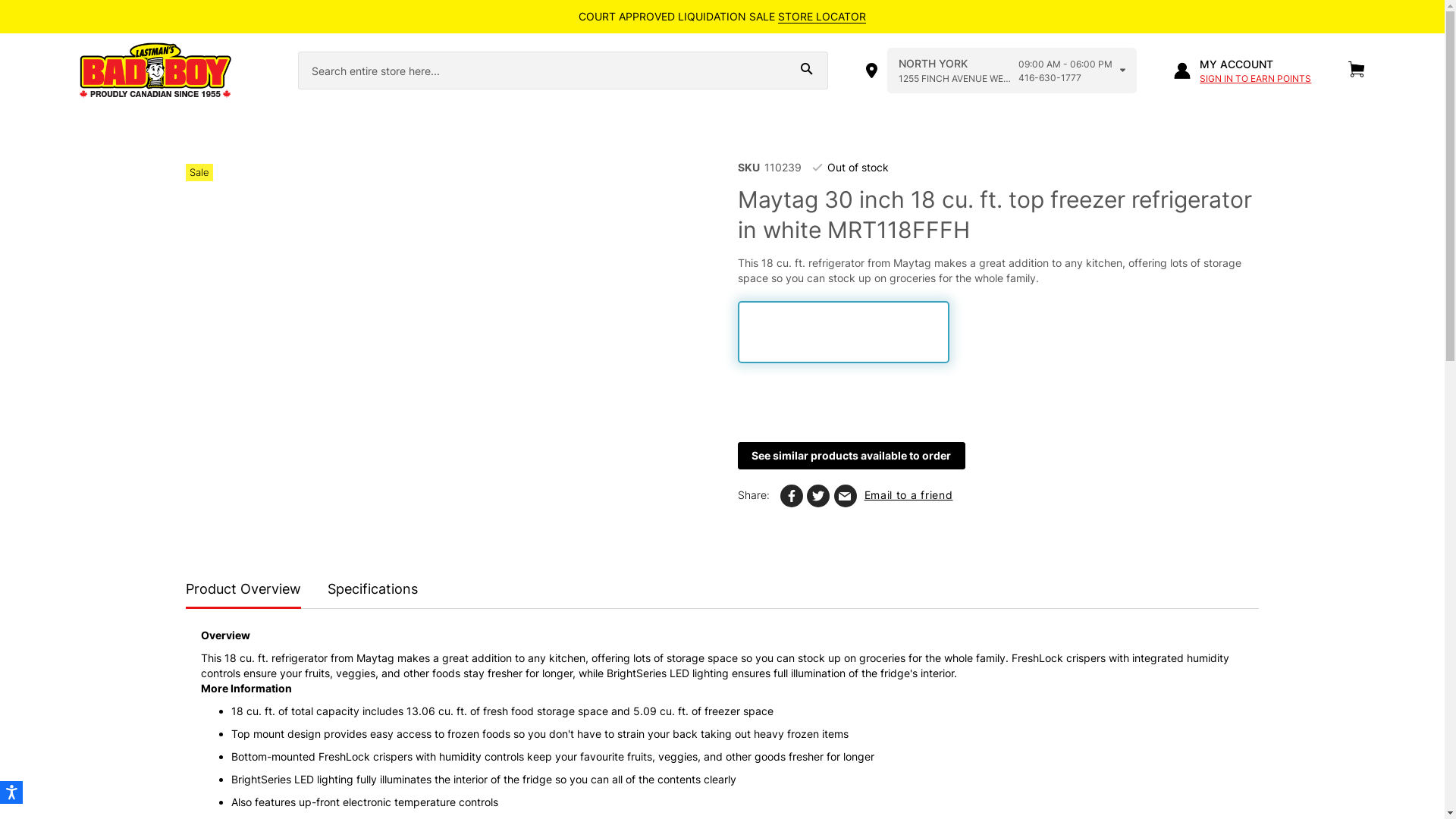 The width and height of the screenshot is (1456, 819). What do you see at coordinates (778, 17) in the screenshot?
I see `'STORE LOCATOR'` at bounding box center [778, 17].